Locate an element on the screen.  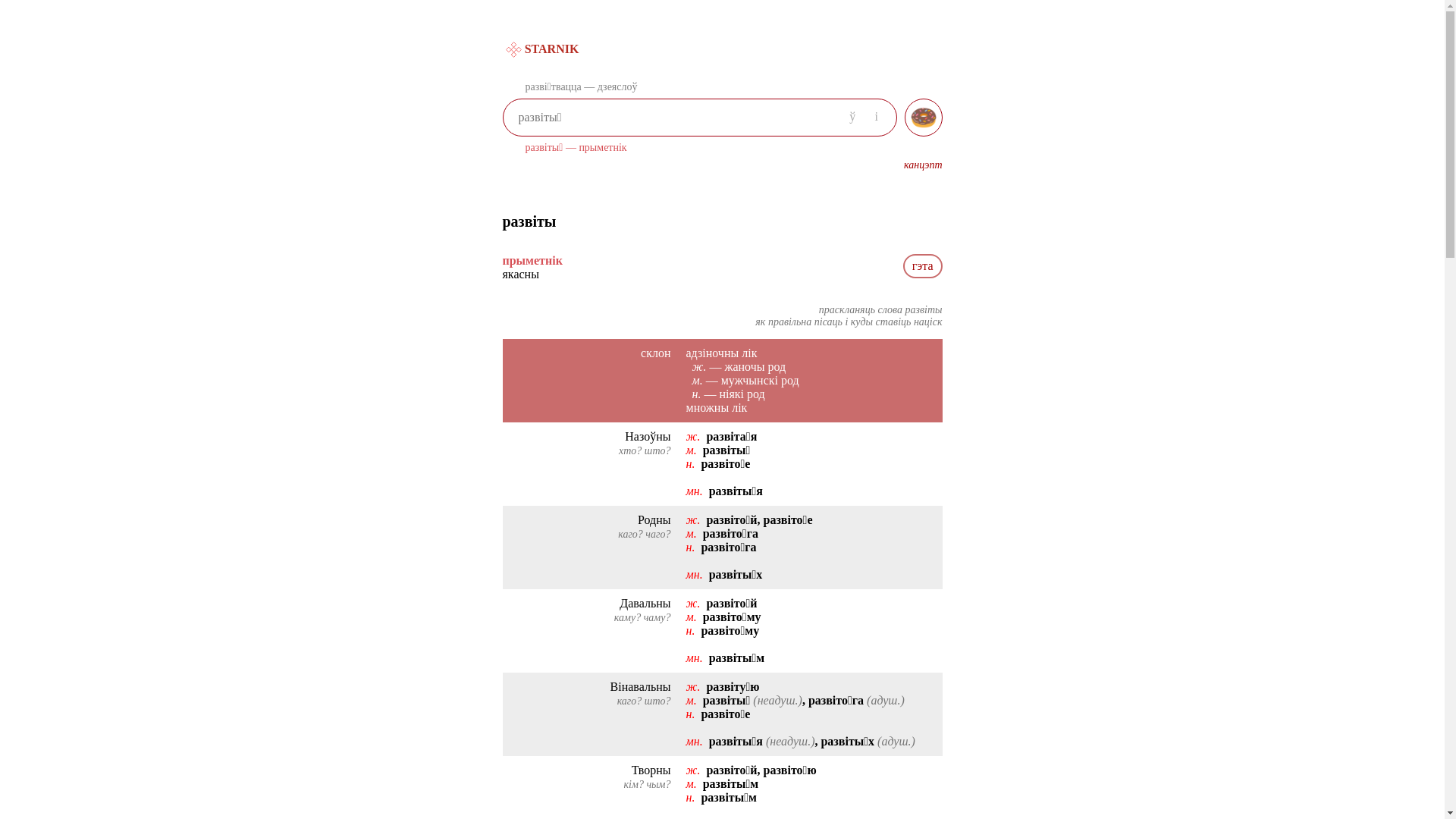
'STARNIK' is located at coordinates (502, 49).